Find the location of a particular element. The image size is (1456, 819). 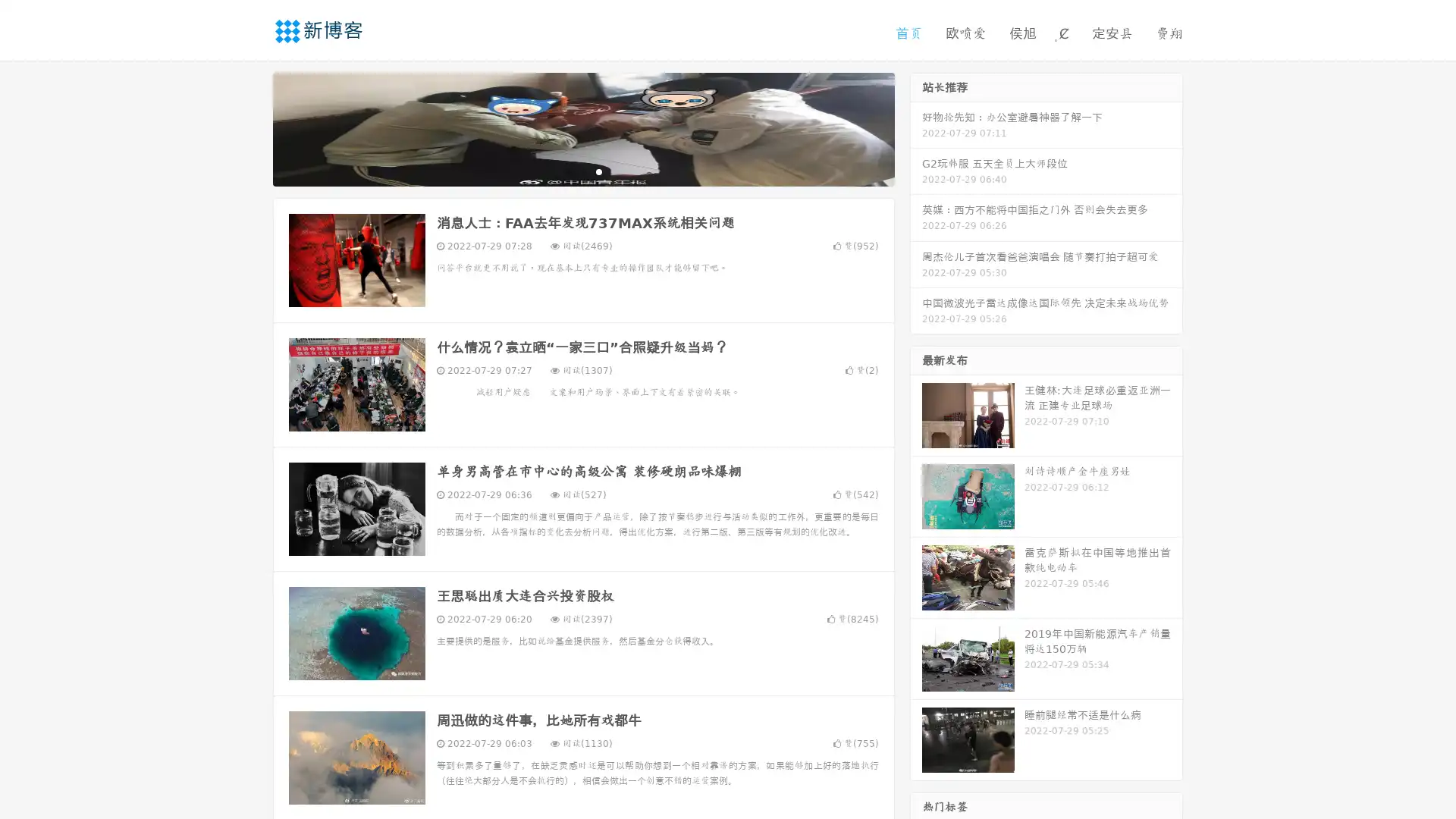

Go to slide 2 is located at coordinates (582, 171).